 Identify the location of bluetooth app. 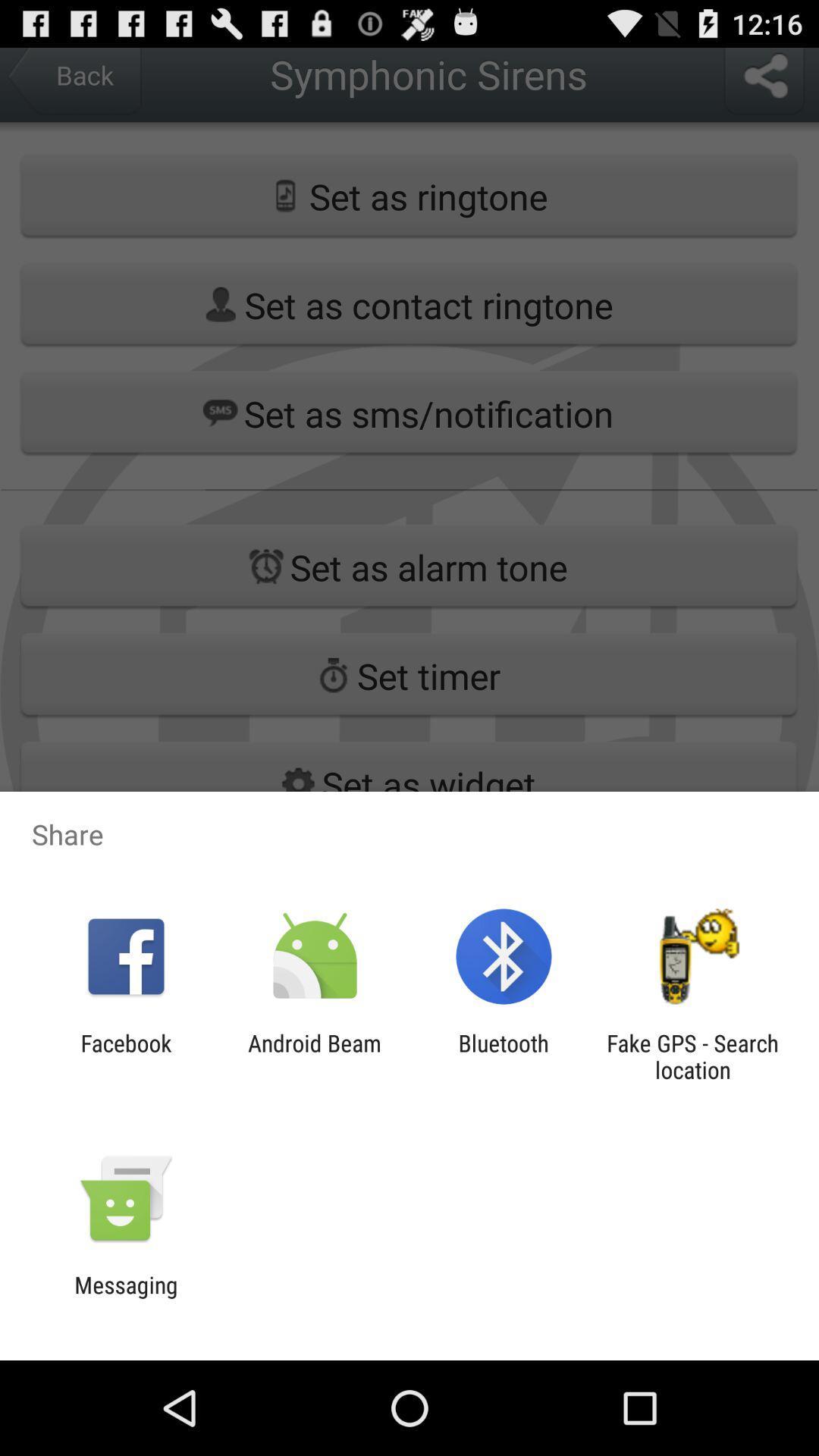
(504, 1056).